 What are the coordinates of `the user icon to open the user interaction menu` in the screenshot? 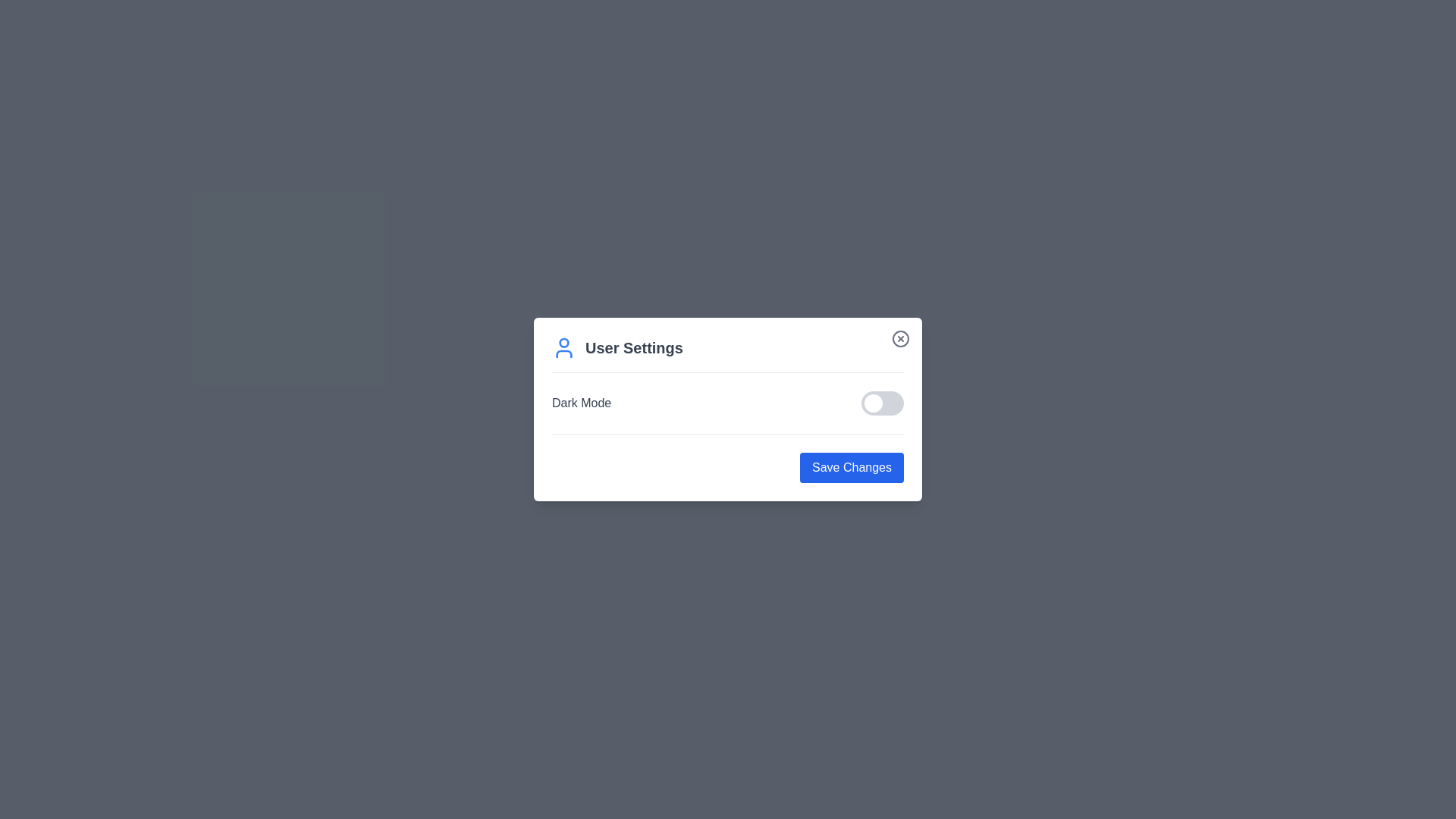 It's located at (563, 348).